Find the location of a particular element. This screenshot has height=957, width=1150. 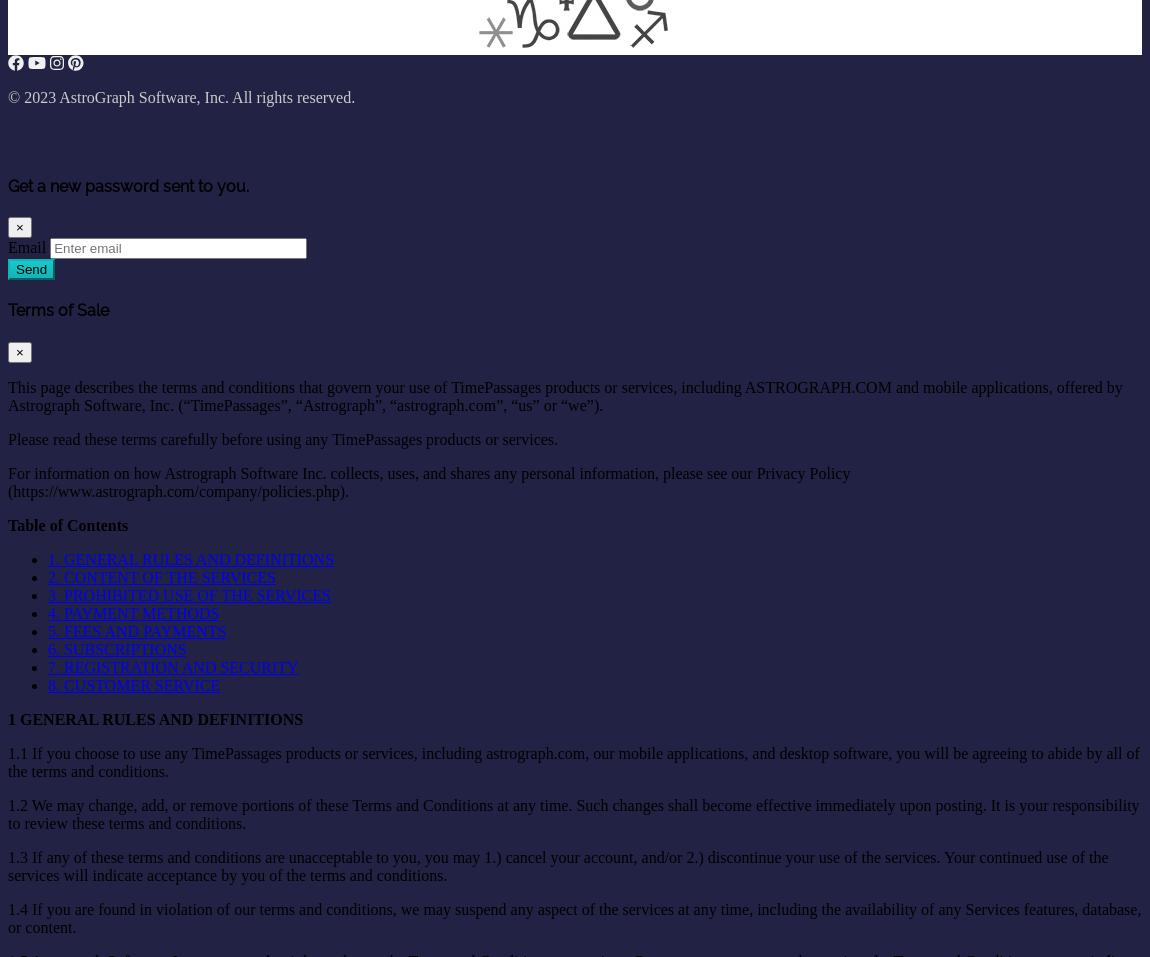

'1.1  If you choose to use any TimePassages products or services, including astrograph.com, our mobile applications, and desktop software, you will be agreeing to abide by all of the terms and conditions.' is located at coordinates (7, 761).